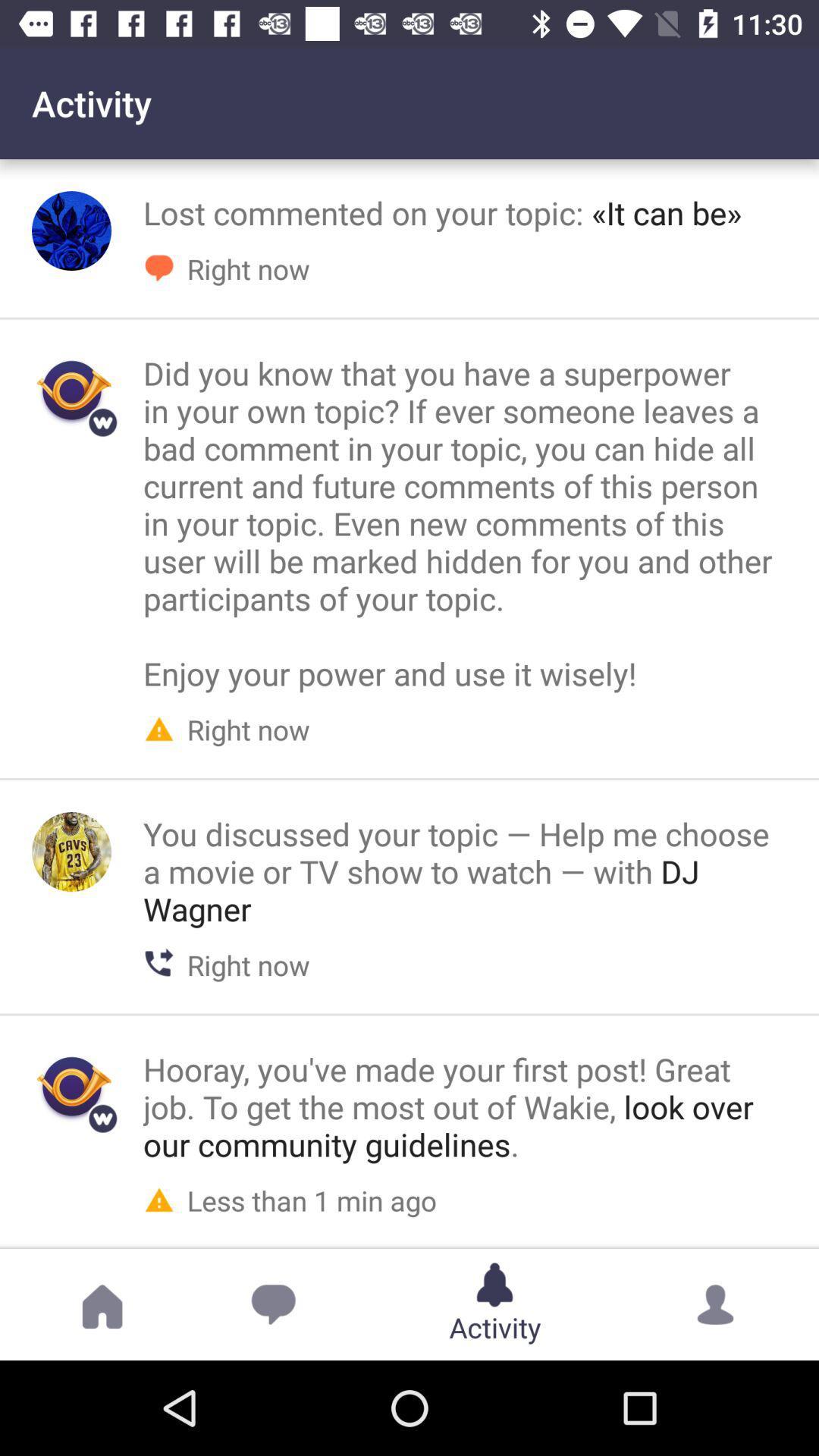 The width and height of the screenshot is (819, 1456). What do you see at coordinates (71, 391) in the screenshot?
I see `image in the second row` at bounding box center [71, 391].